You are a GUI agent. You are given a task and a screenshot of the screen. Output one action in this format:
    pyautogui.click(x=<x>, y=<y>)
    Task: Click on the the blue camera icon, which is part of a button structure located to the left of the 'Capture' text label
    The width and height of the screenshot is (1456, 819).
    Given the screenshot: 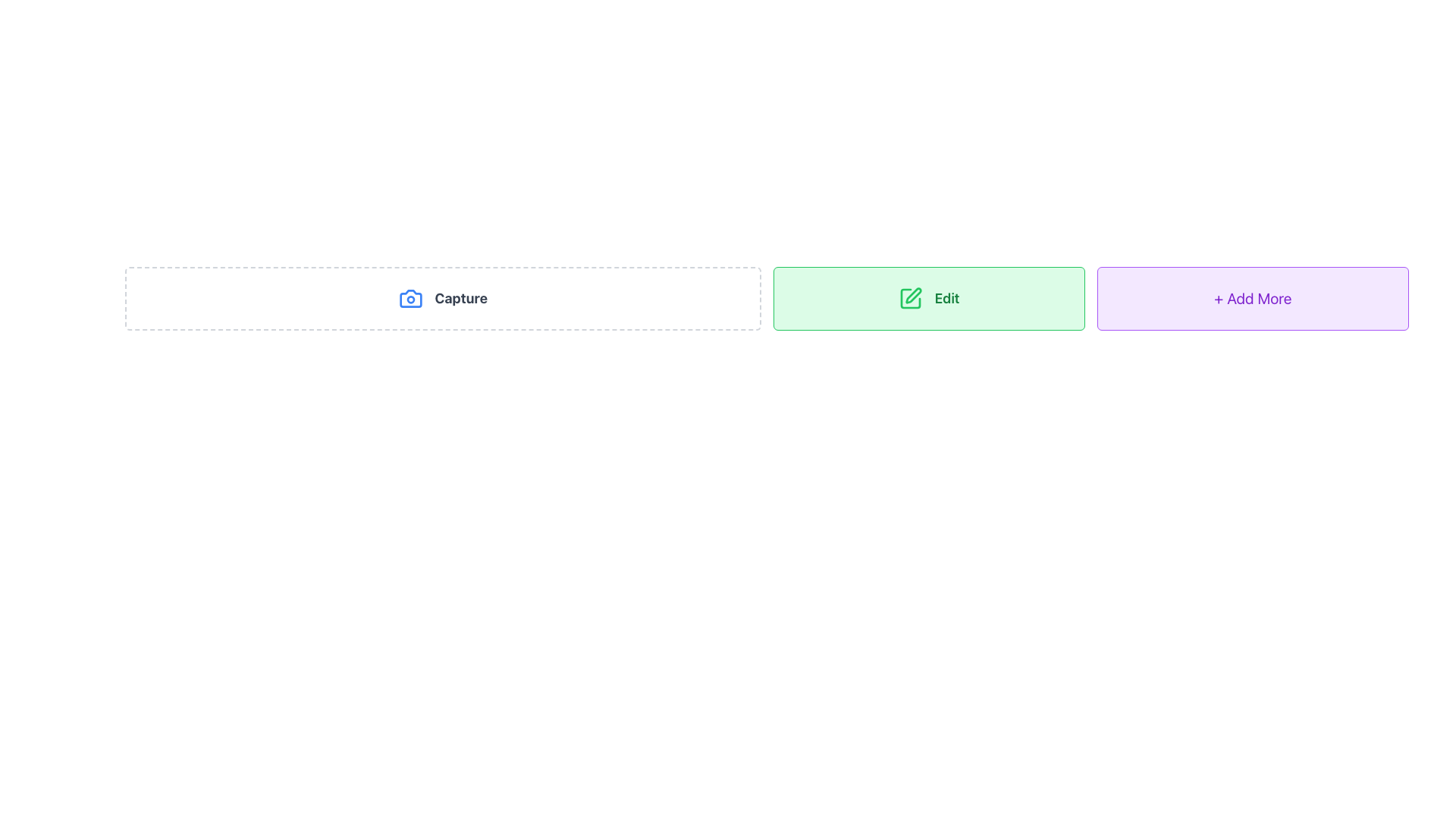 What is the action you would take?
    pyautogui.click(x=410, y=298)
    